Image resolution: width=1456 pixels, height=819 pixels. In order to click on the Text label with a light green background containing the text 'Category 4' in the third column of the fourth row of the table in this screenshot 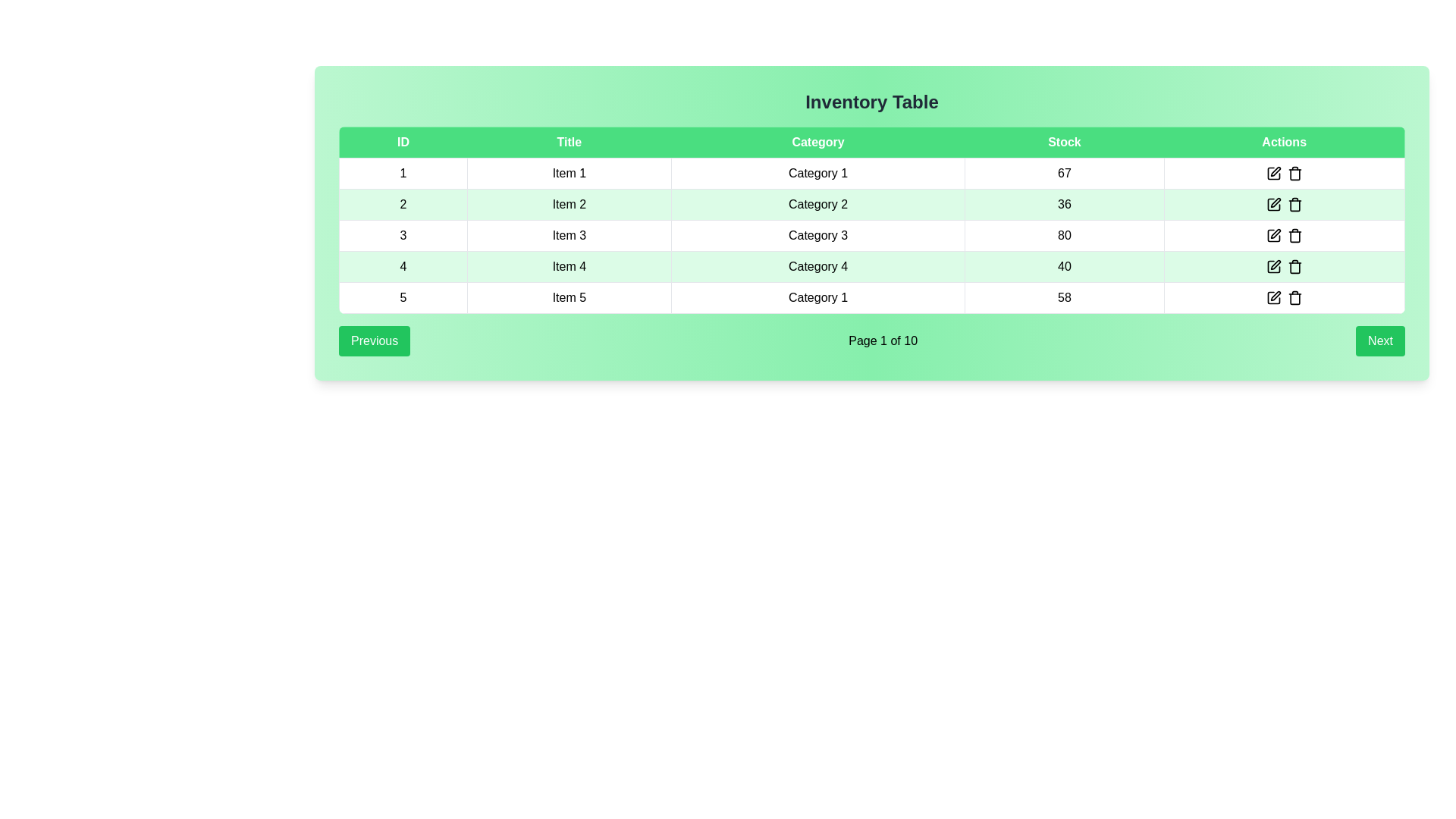, I will do `click(817, 265)`.